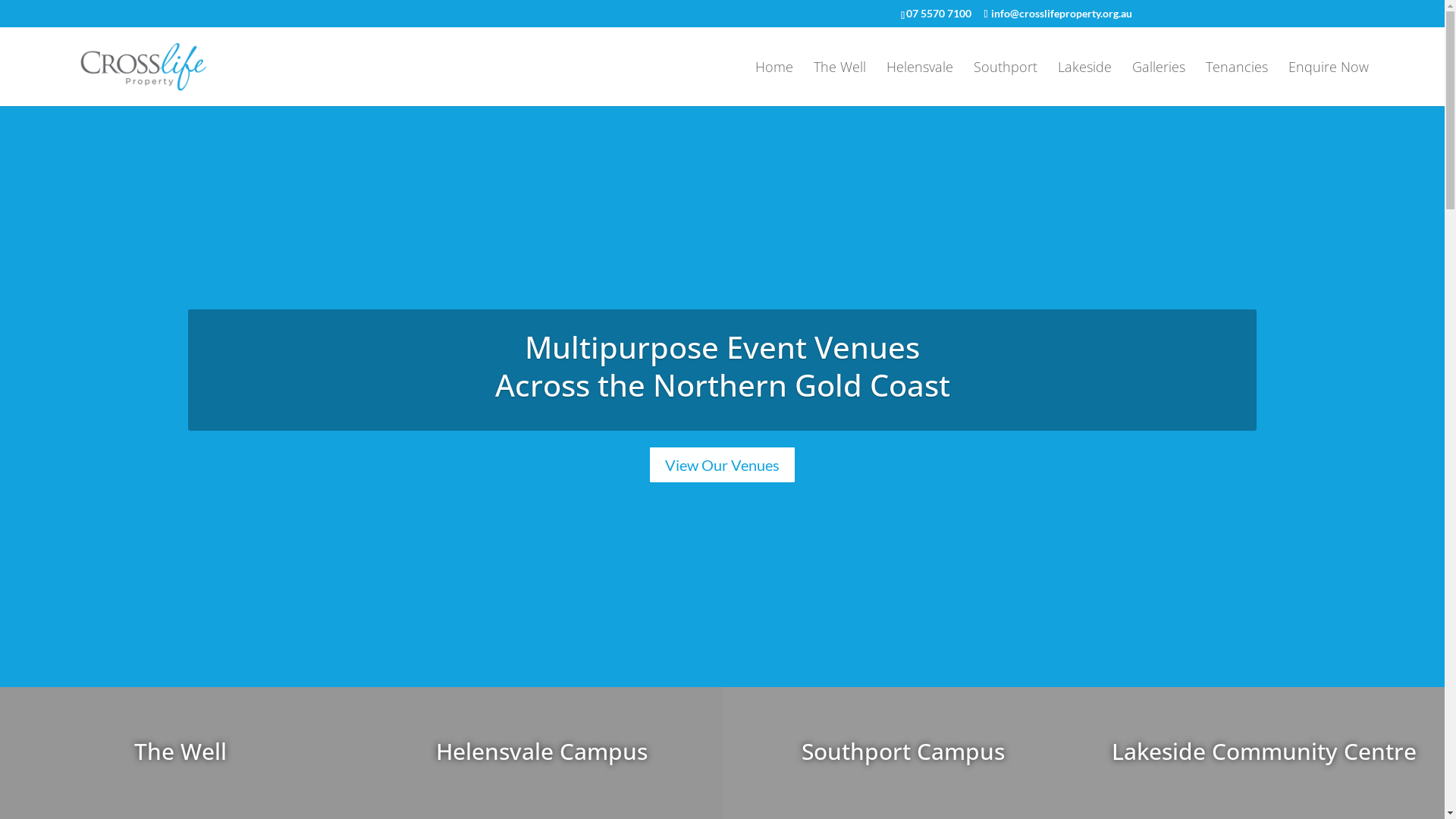  What do you see at coordinates (973, 83) in the screenshot?
I see `'Southport'` at bounding box center [973, 83].